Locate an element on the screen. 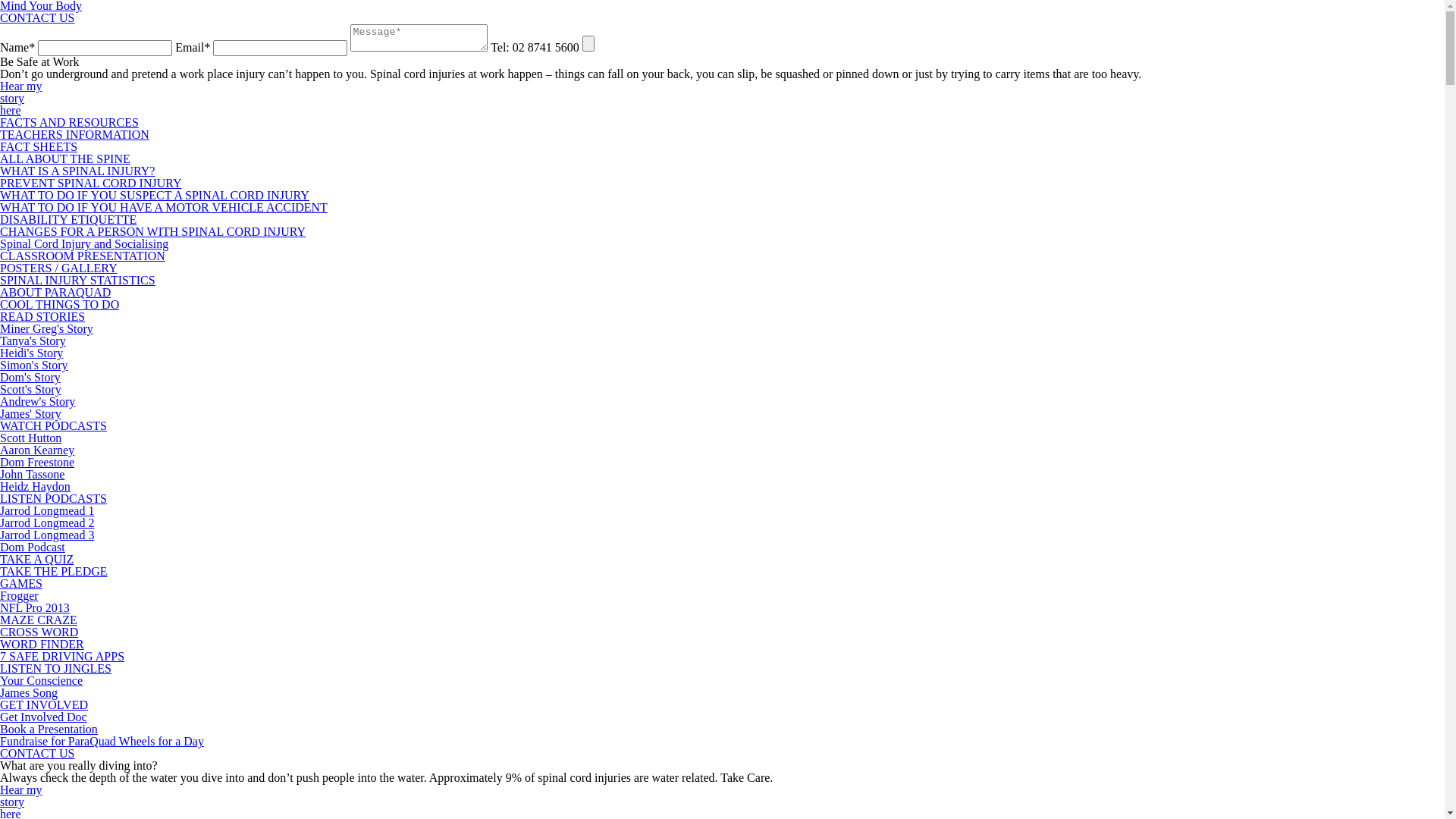  'FACT SHEETS' is located at coordinates (39, 146).